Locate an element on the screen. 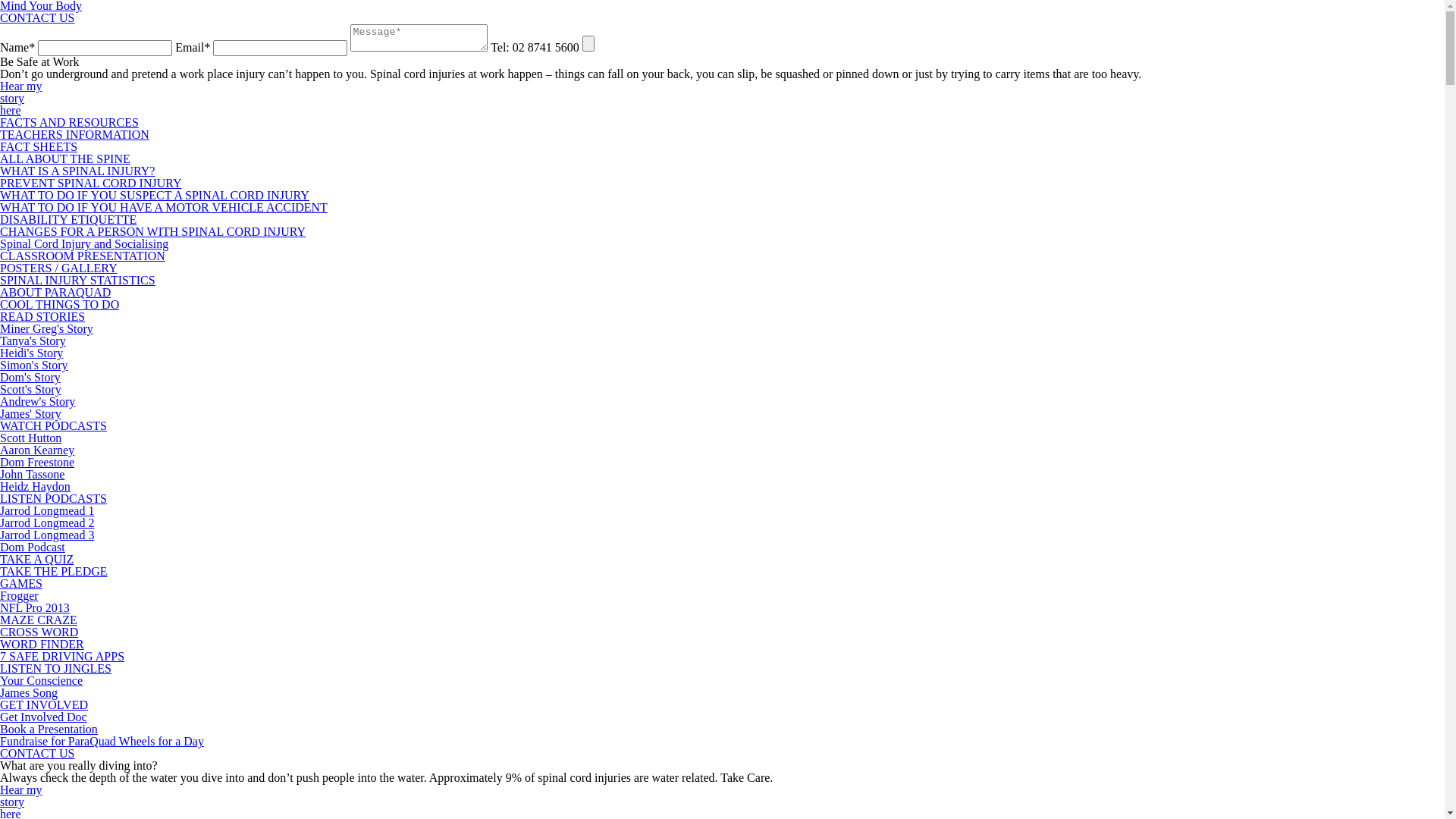  'FACT SHEETS' is located at coordinates (39, 146).